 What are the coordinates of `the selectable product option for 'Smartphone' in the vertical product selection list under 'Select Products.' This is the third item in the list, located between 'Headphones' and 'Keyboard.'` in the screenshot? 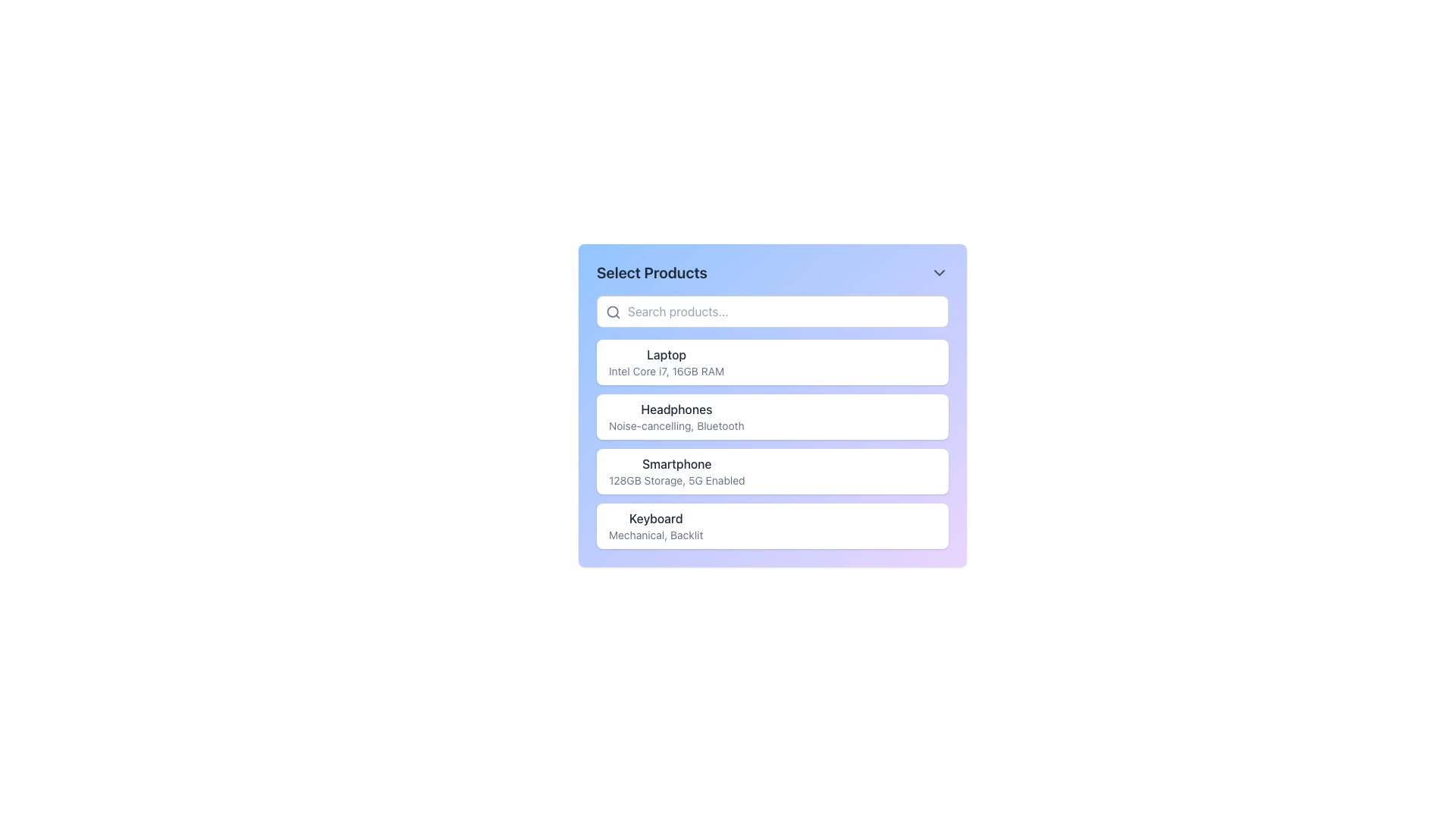 It's located at (676, 470).